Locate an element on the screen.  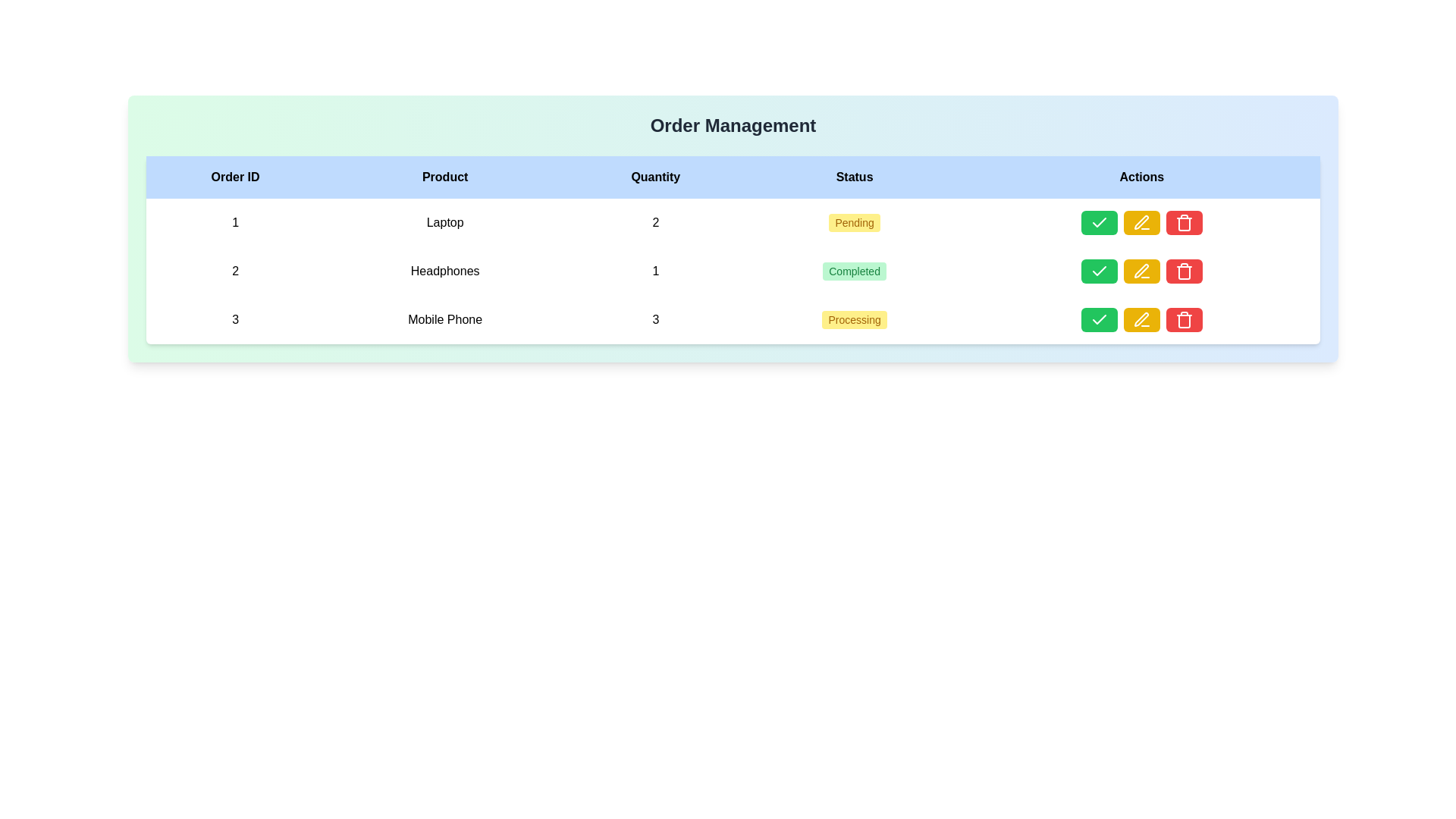
the pen icon located within the yellow rectangular button for the edit action in the 'Actions' column of the second row to visualize interactive feedback is located at coordinates (1141, 271).